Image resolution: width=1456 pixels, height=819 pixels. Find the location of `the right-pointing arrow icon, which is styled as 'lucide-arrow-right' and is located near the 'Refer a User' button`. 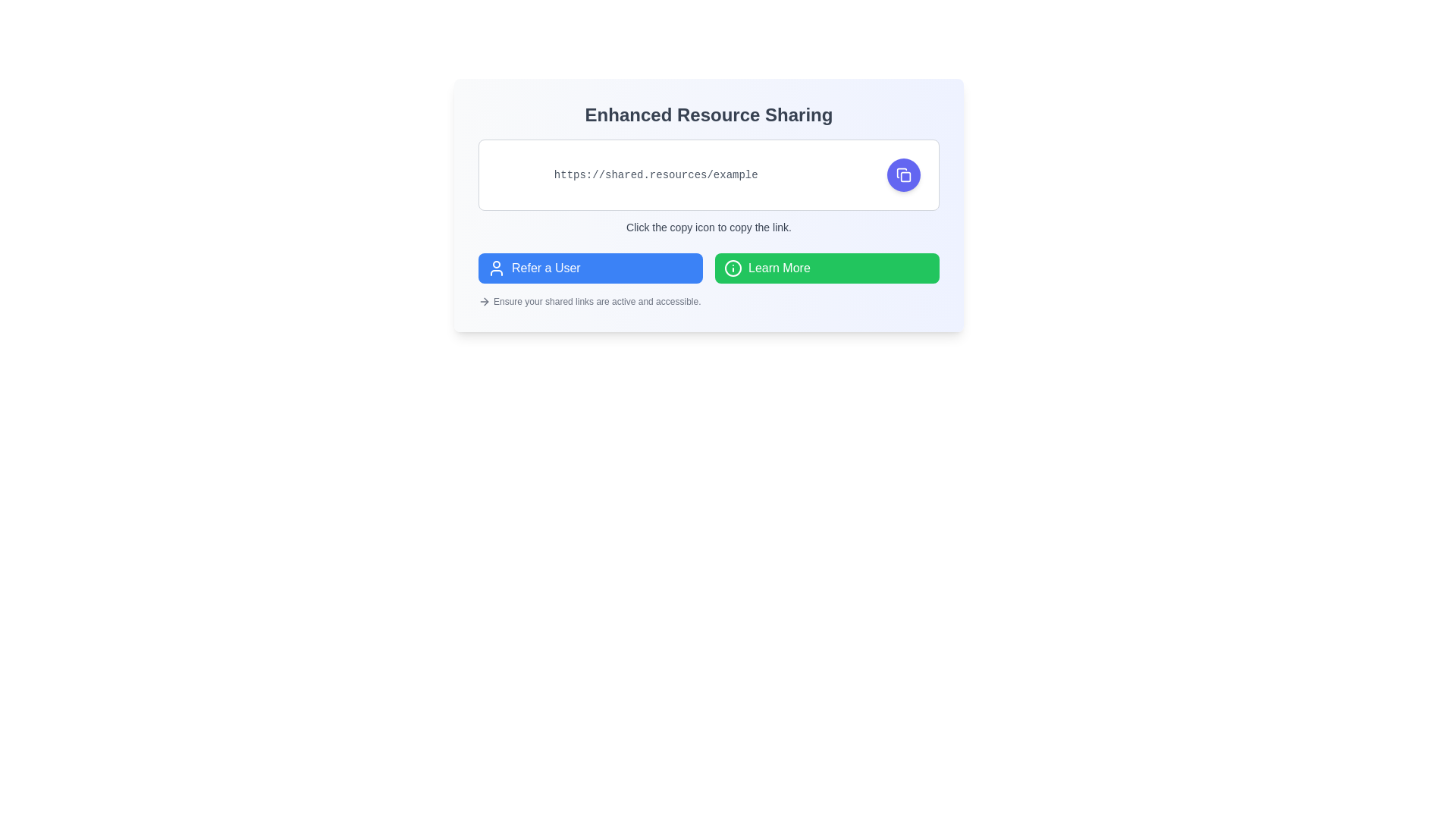

the right-pointing arrow icon, which is styled as 'lucide-arrow-right' and is located near the 'Refer a User' button is located at coordinates (486, 301).